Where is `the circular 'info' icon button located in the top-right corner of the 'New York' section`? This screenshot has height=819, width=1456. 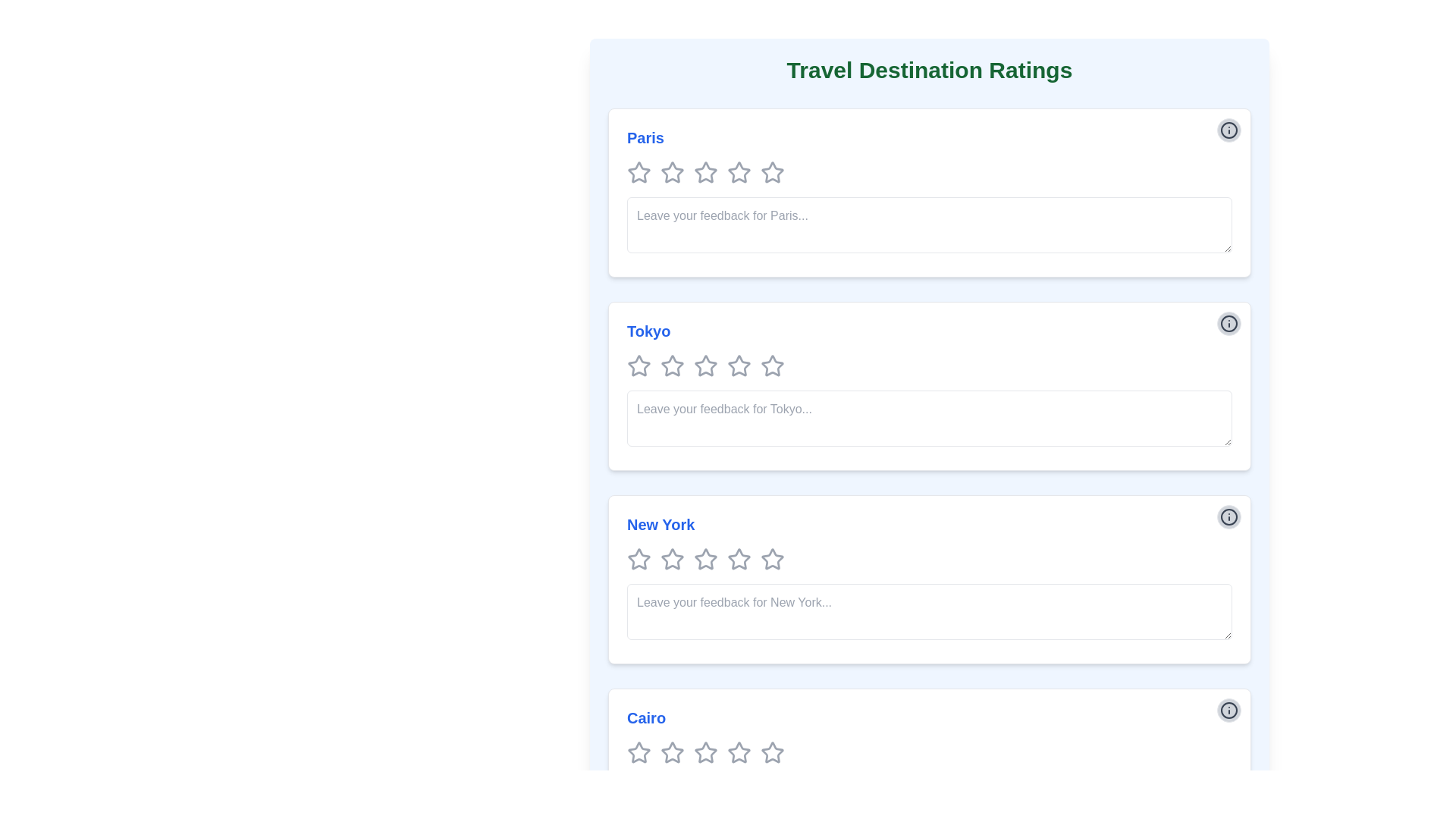 the circular 'info' icon button located in the top-right corner of the 'New York' section is located at coordinates (1229, 516).